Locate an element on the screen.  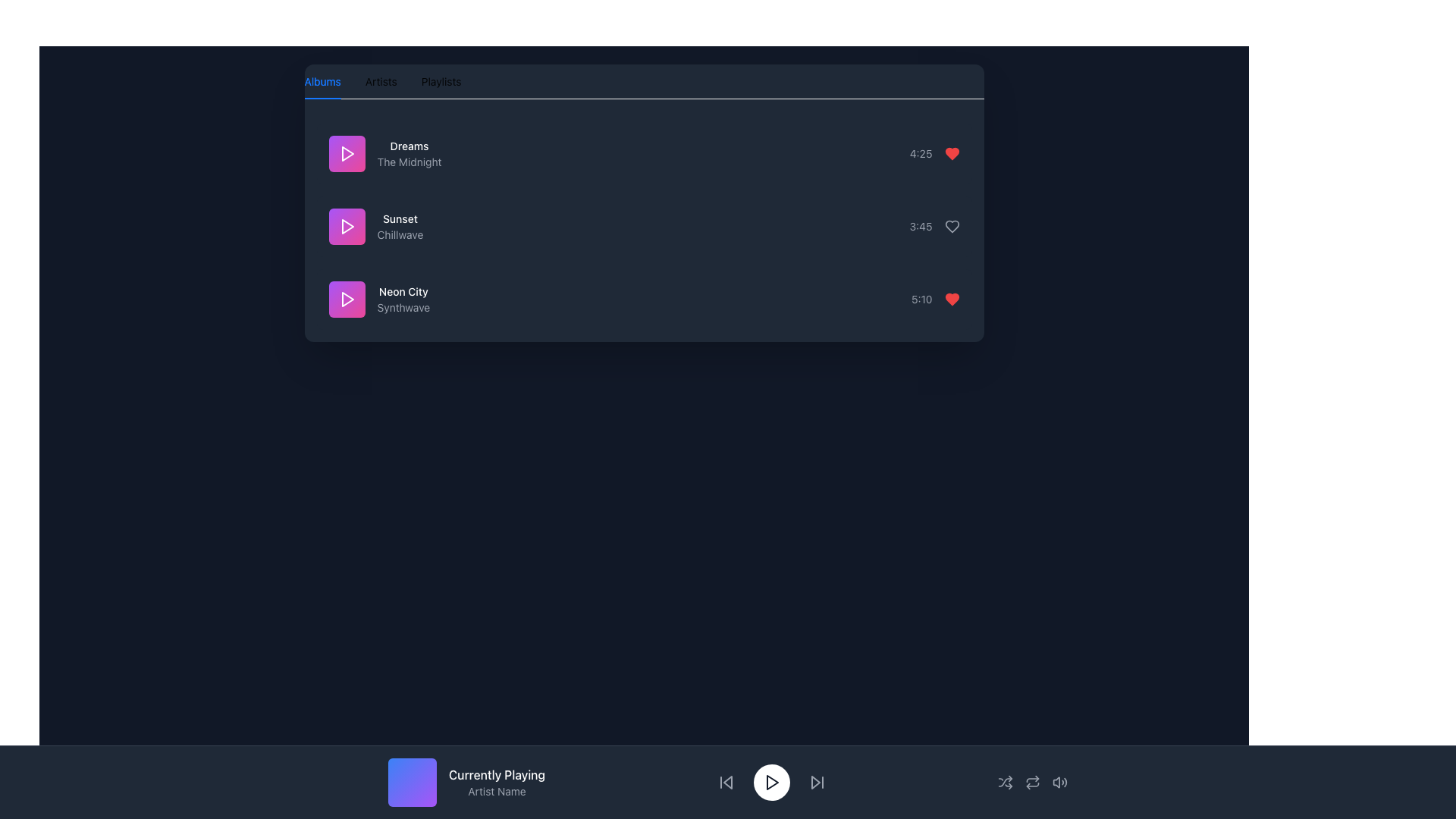
the text element that displays the duration of a media item, located at the bottom-most item in a vertical list, to the right of a red heart icon is located at coordinates (934, 299).